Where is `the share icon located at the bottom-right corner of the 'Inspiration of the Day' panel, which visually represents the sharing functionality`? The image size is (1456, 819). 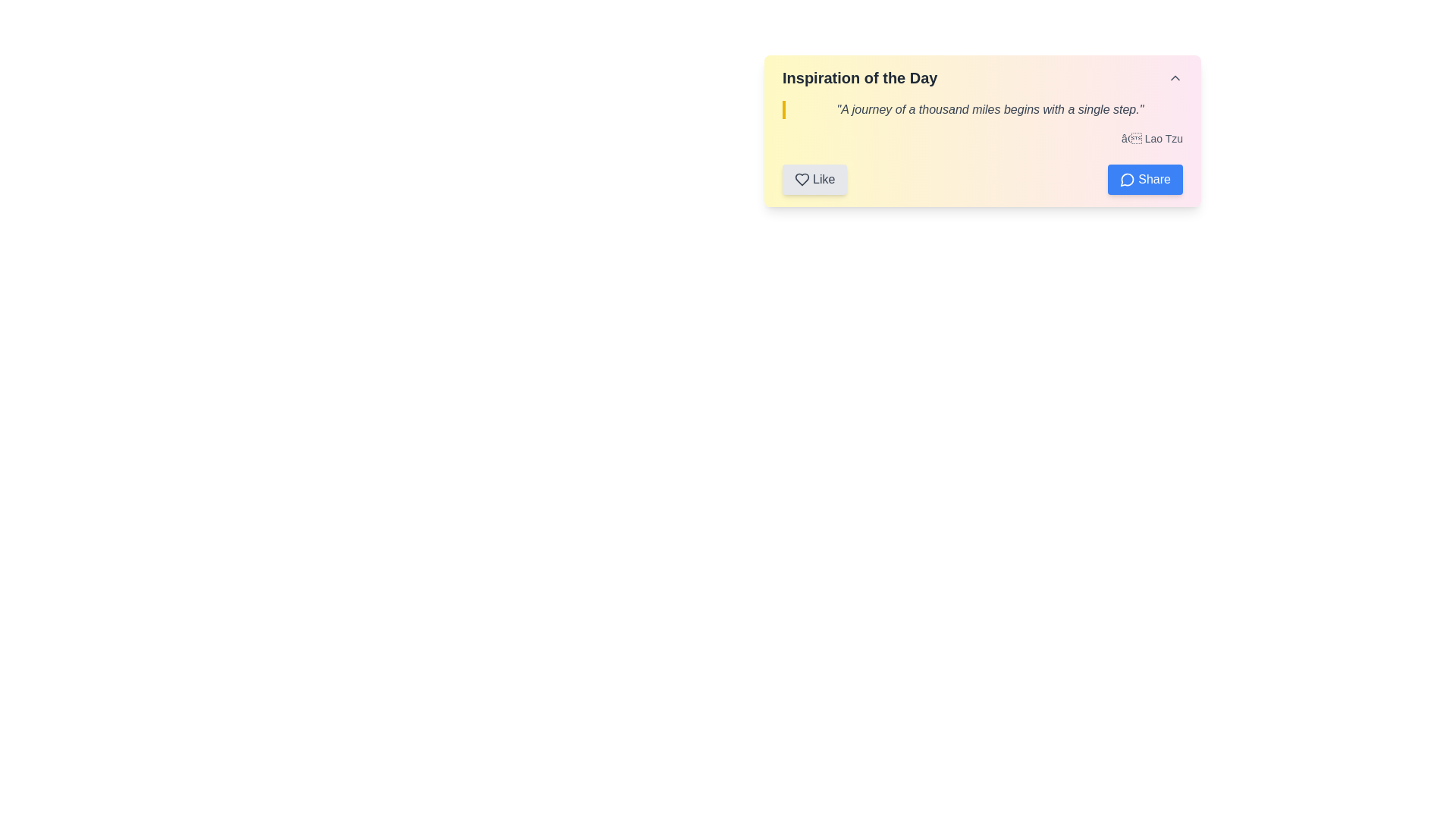 the share icon located at the bottom-right corner of the 'Inspiration of the Day' panel, which visually represents the sharing functionality is located at coordinates (1127, 179).